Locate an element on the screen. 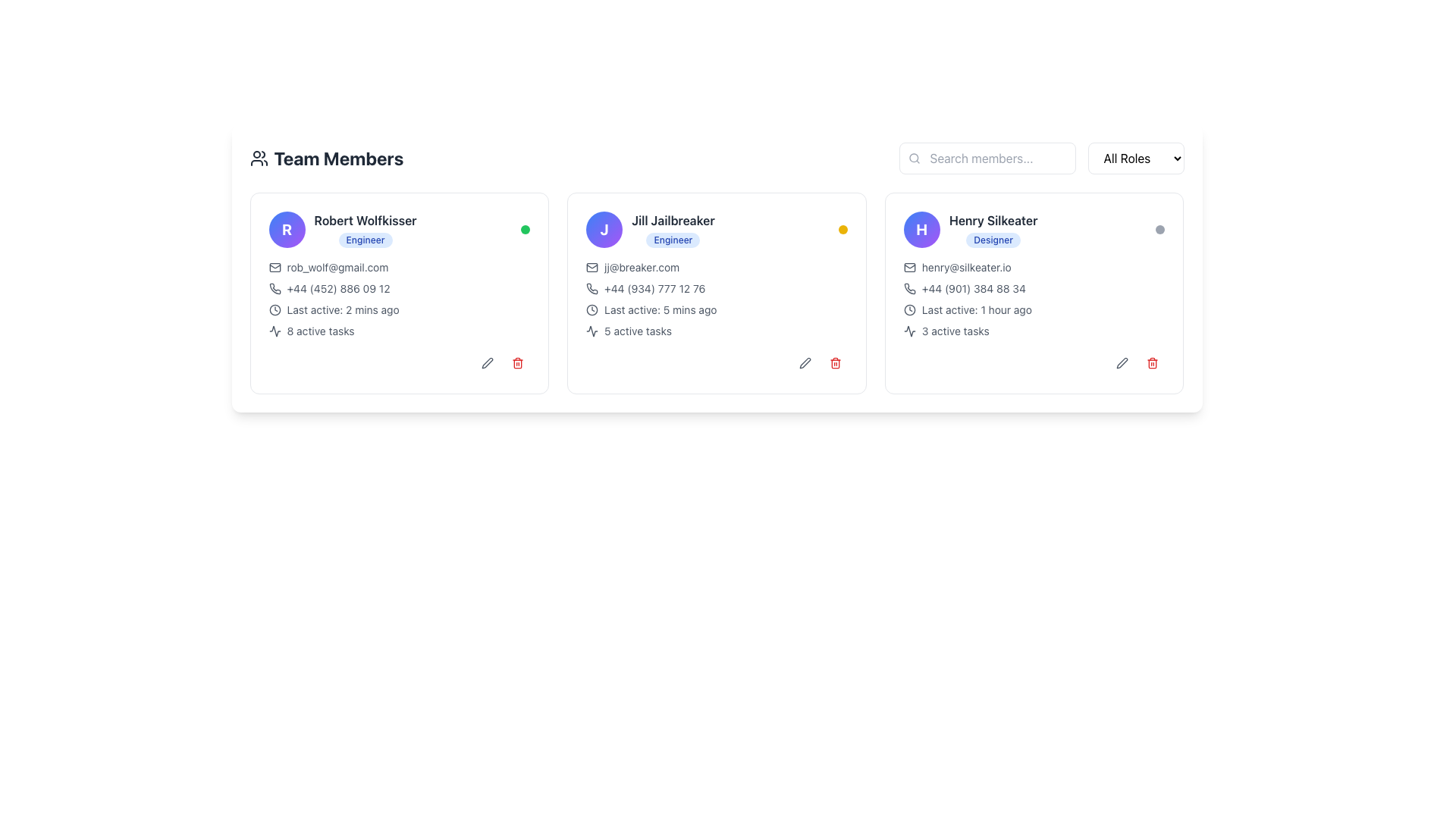 The height and width of the screenshot is (819, 1456). the magnifying glass icon, which is outlined in light gray and positioned inside the left part of the search input field labeled 'Search members...' is located at coordinates (913, 158).